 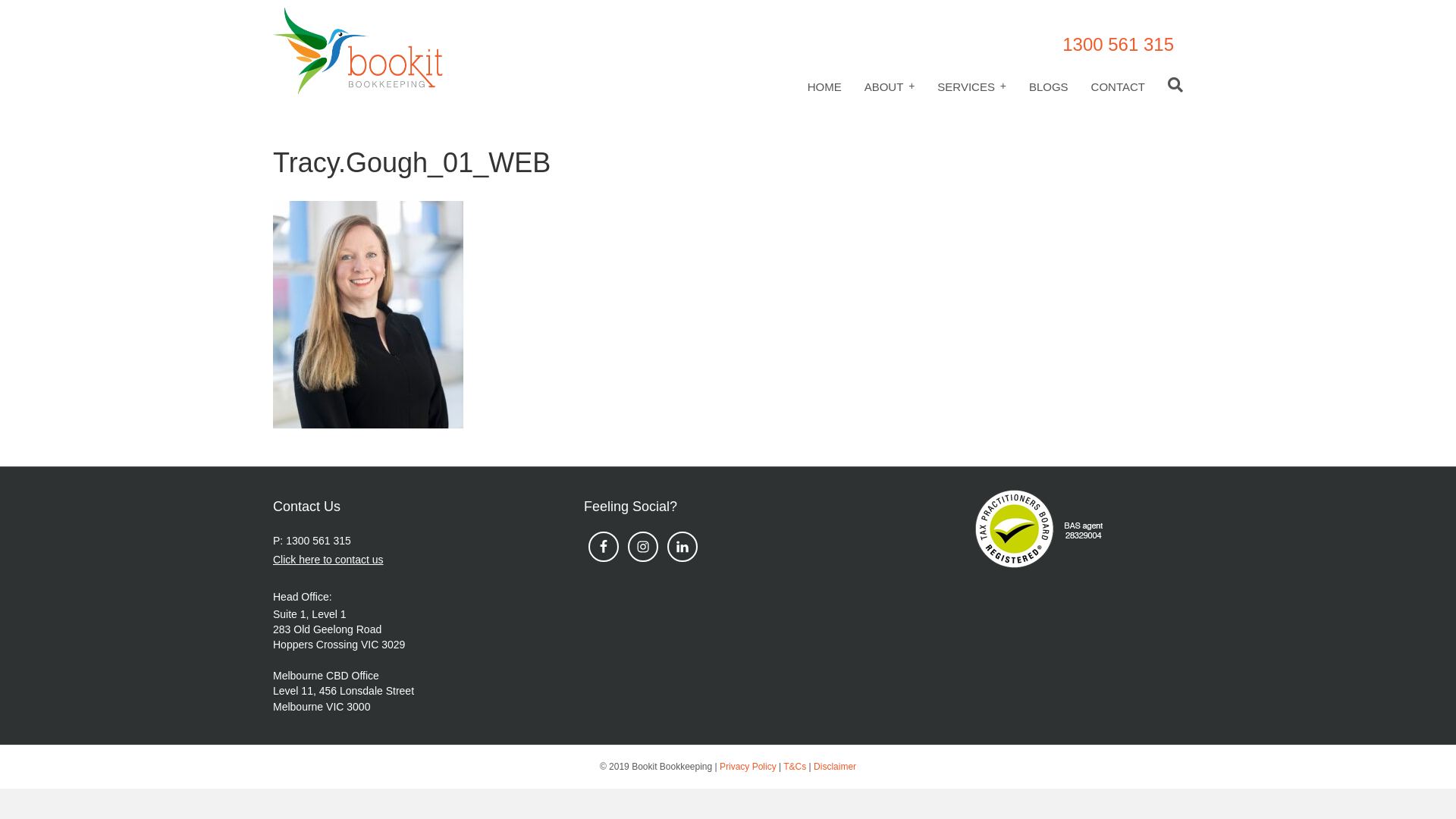 I want to click on 'CONTACT', so click(x=1079, y=86).